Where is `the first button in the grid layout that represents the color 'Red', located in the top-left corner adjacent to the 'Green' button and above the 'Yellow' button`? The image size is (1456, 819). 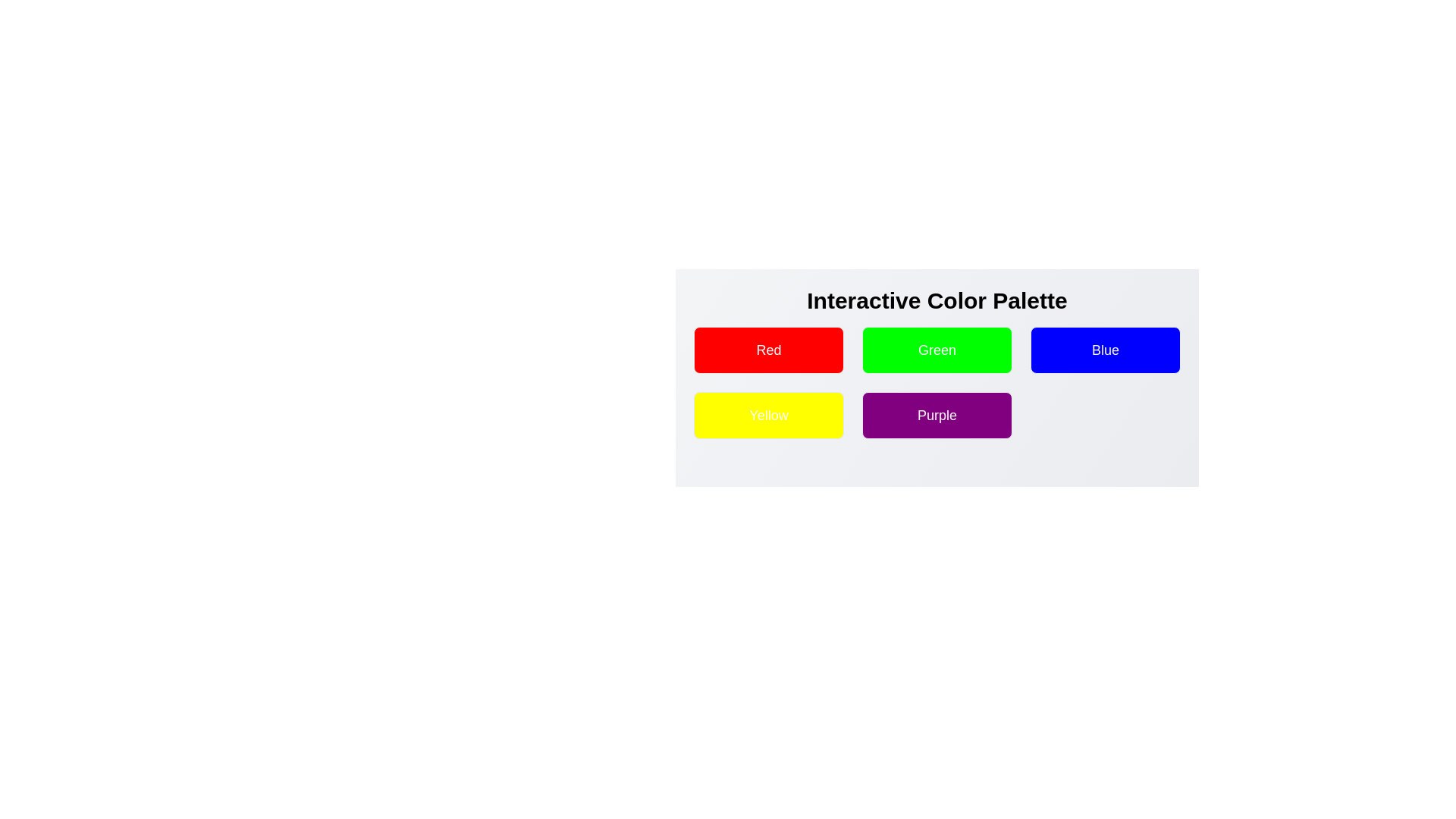 the first button in the grid layout that represents the color 'Red', located in the top-left corner adjacent to the 'Green' button and above the 'Yellow' button is located at coordinates (768, 350).